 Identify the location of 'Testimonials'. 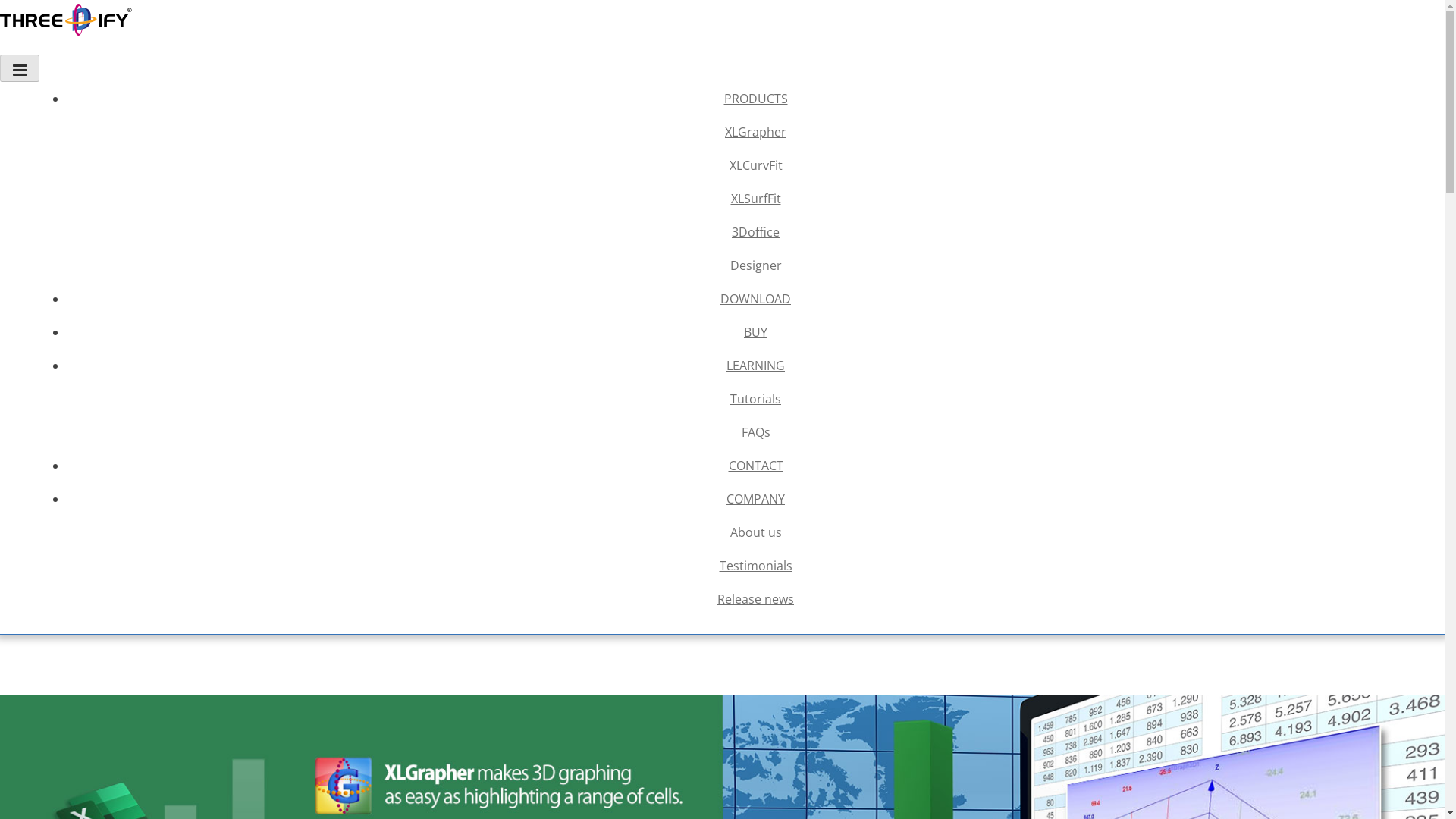
(755, 565).